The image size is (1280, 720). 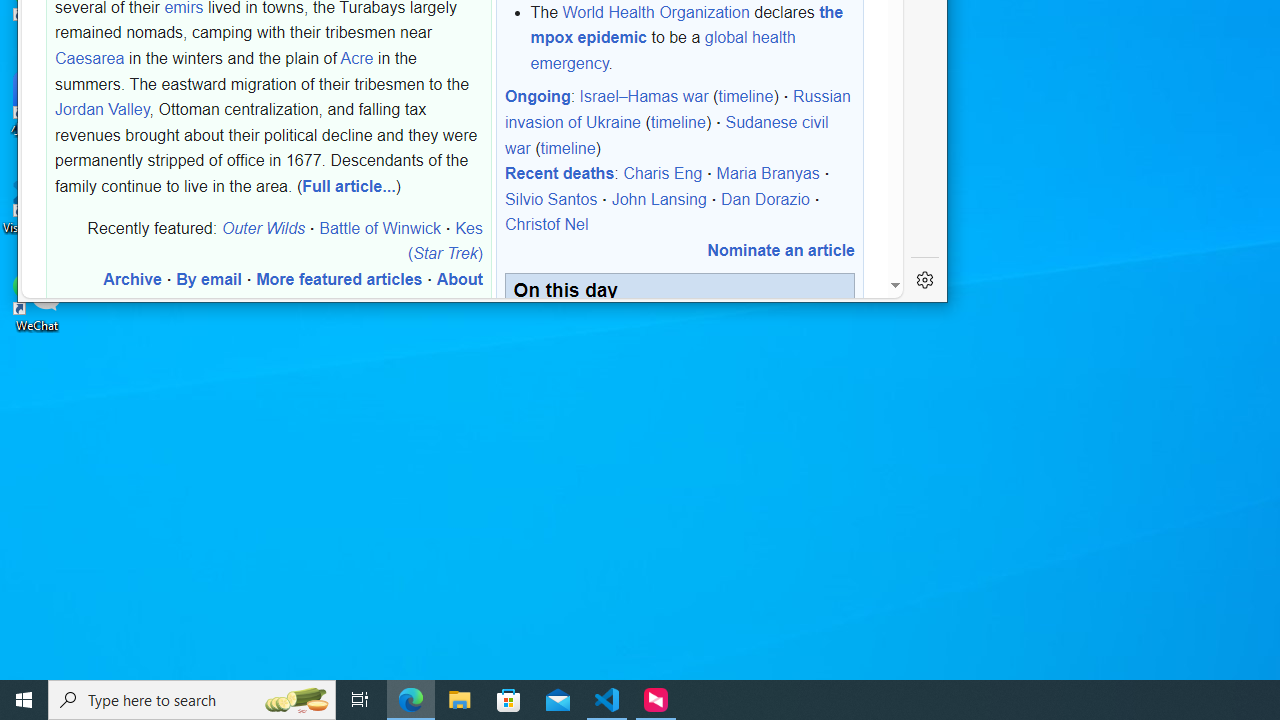 What do you see at coordinates (262, 226) in the screenshot?
I see `'Outer Wilds'` at bounding box center [262, 226].